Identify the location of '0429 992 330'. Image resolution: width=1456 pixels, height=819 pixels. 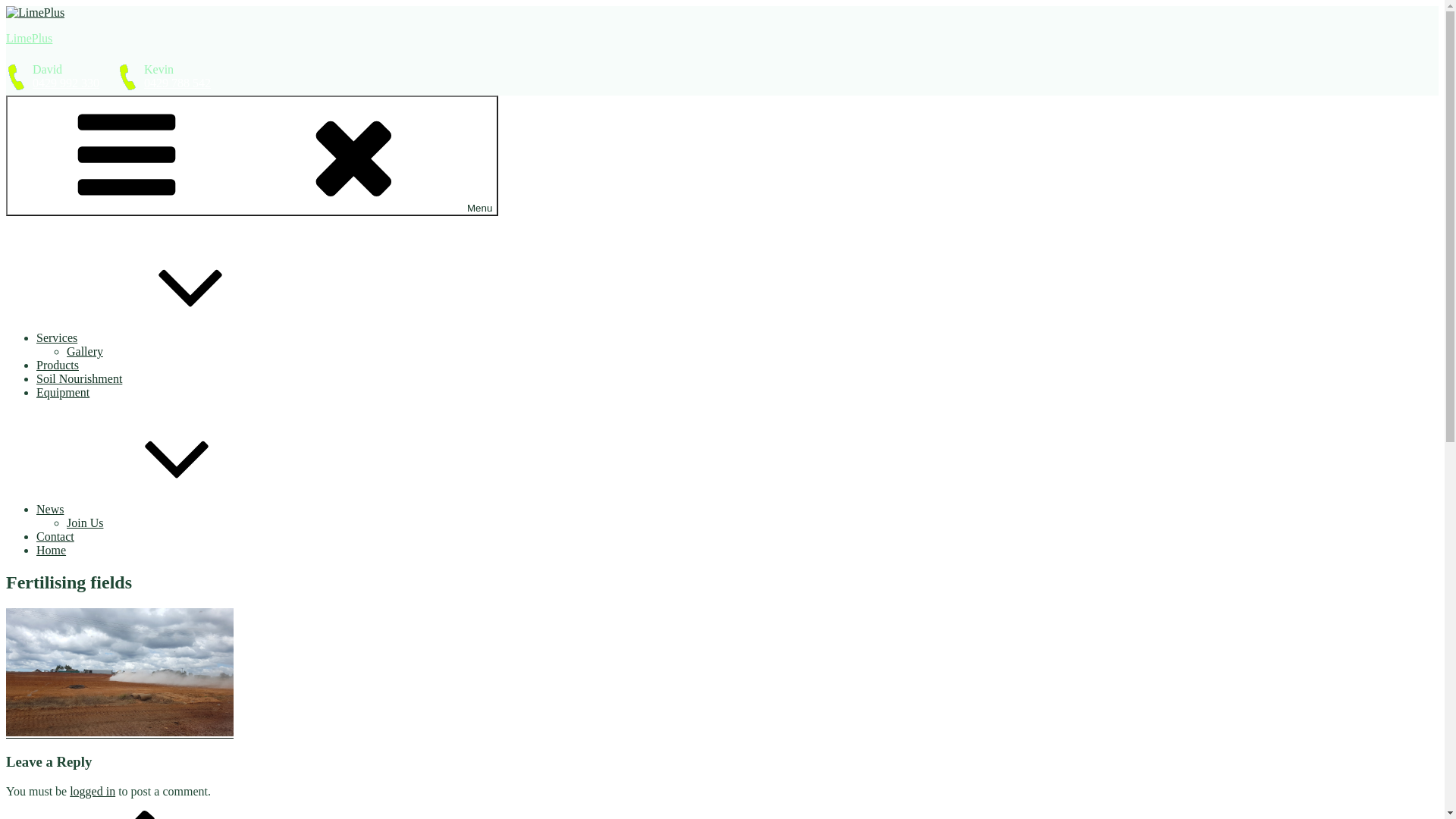
(64, 83).